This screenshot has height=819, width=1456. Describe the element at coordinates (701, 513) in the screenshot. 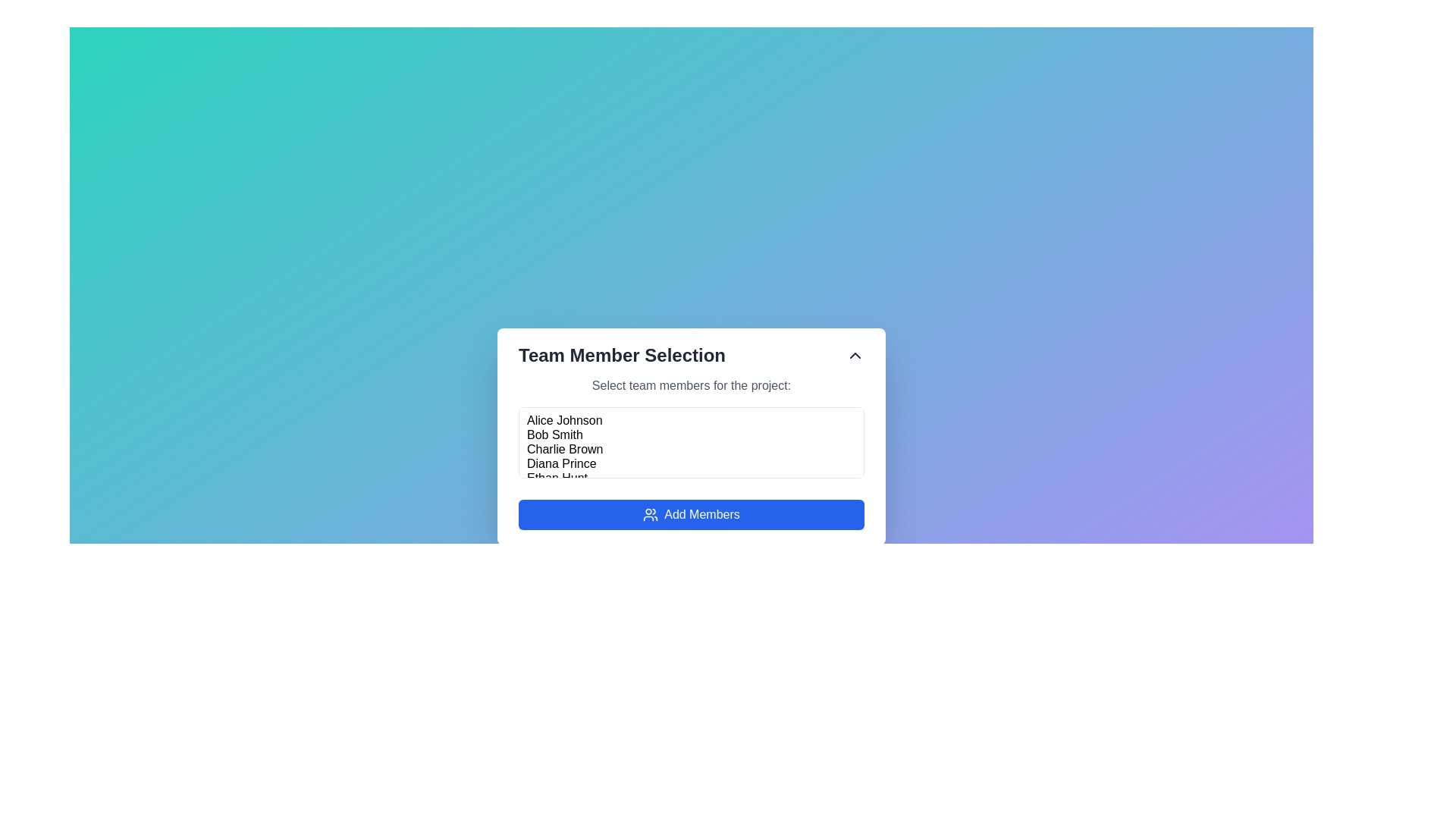

I see `the 'Add Members' button, which is a blue rectangular button with white sans-serif text, located at the bottom center of the 'Team Member Selection' modal` at that location.